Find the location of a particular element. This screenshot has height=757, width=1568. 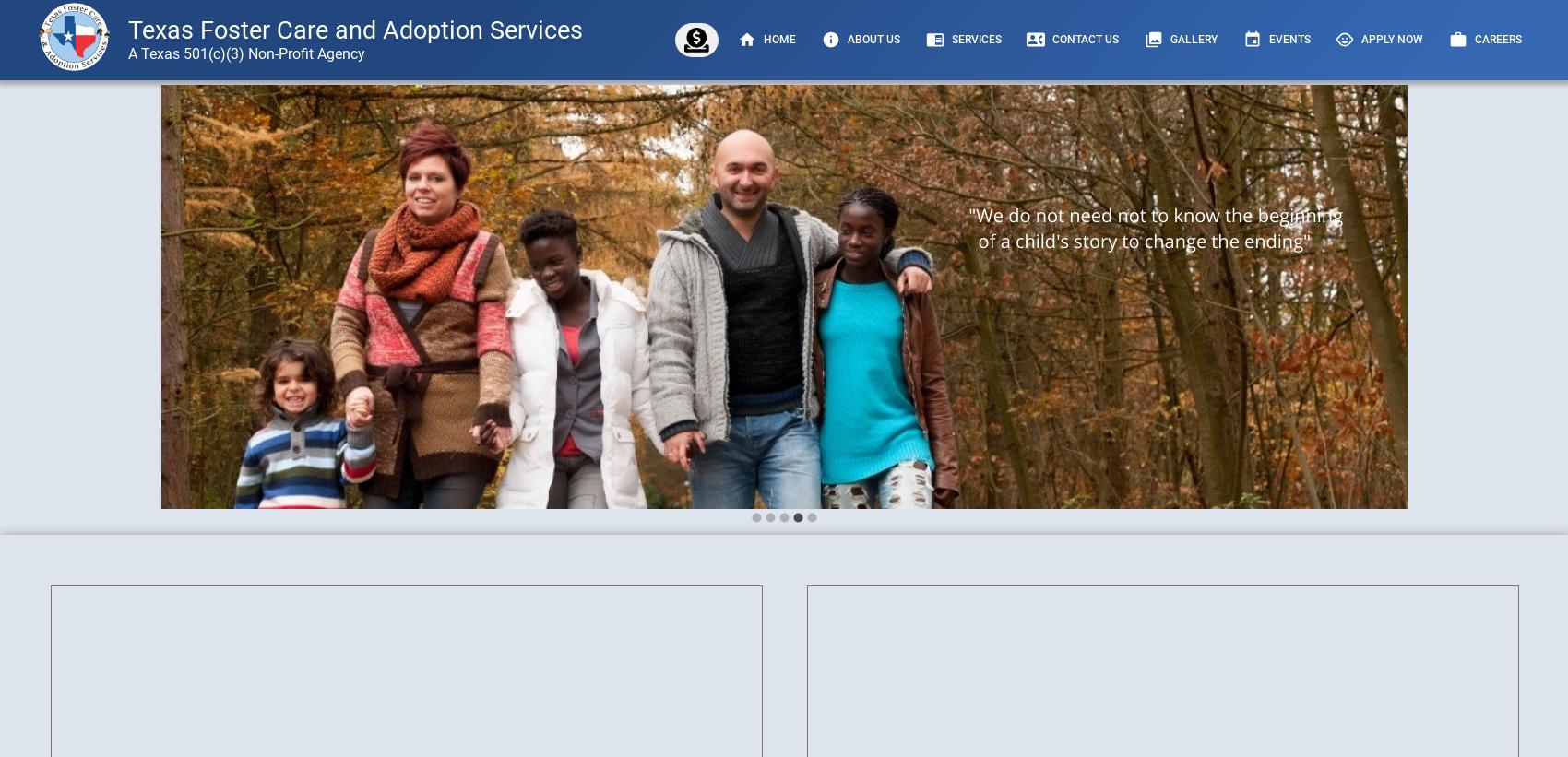

'Gallery' is located at coordinates (1194, 38).